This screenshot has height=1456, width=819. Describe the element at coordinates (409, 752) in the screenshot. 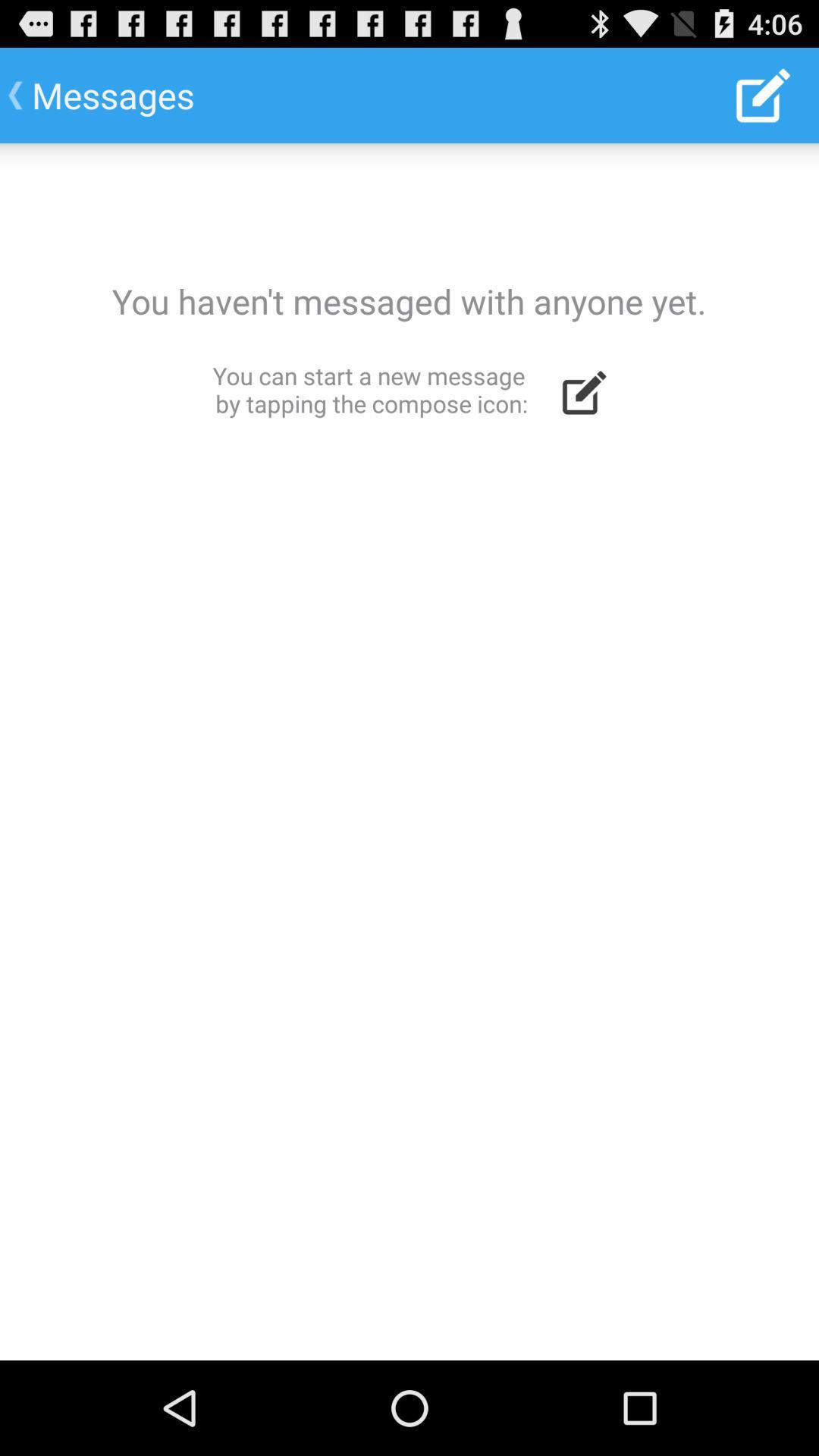

I see `blank message screen` at that location.